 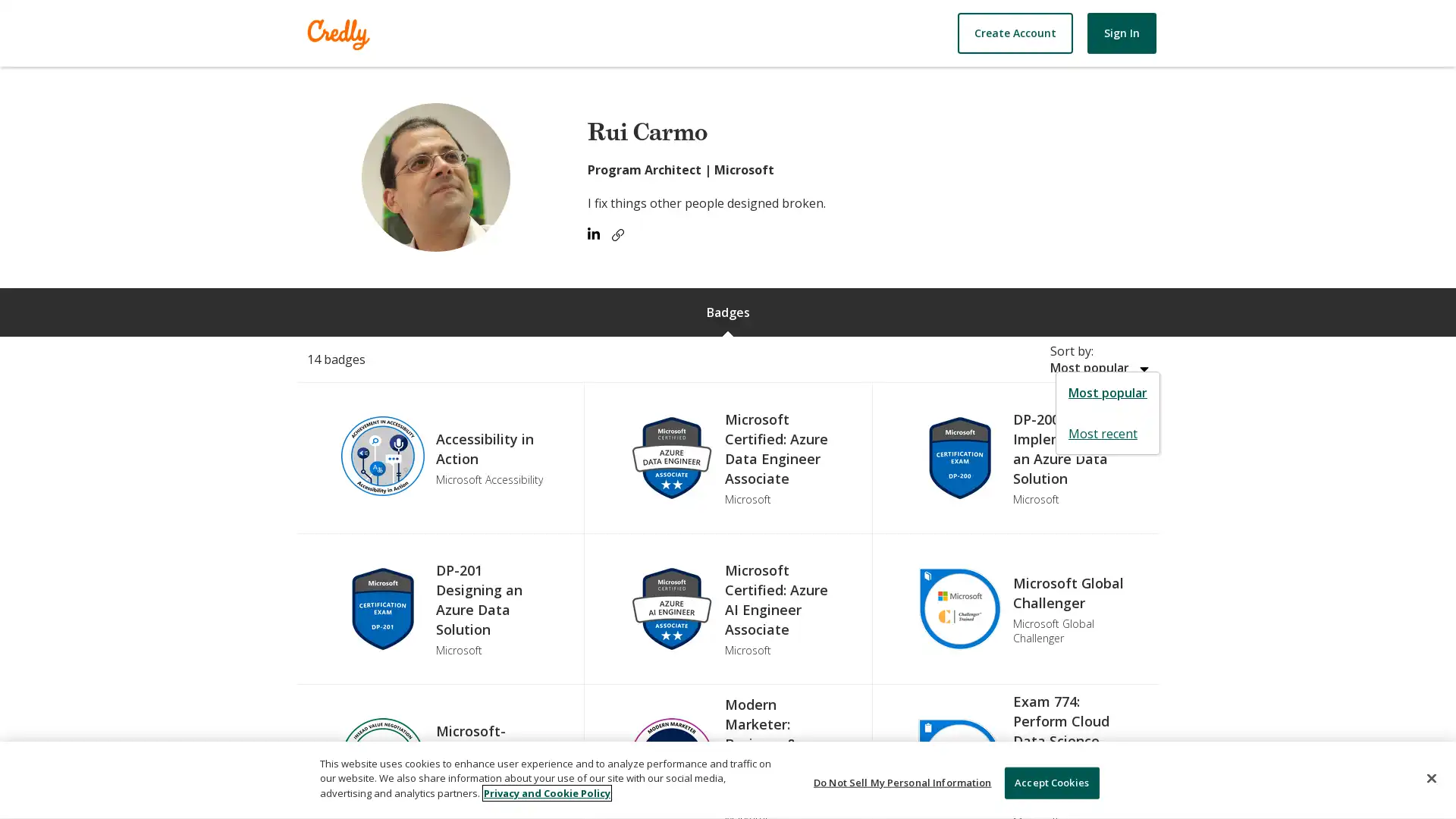 What do you see at coordinates (902, 783) in the screenshot?
I see `Do Not Sell My Personal Information` at bounding box center [902, 783].